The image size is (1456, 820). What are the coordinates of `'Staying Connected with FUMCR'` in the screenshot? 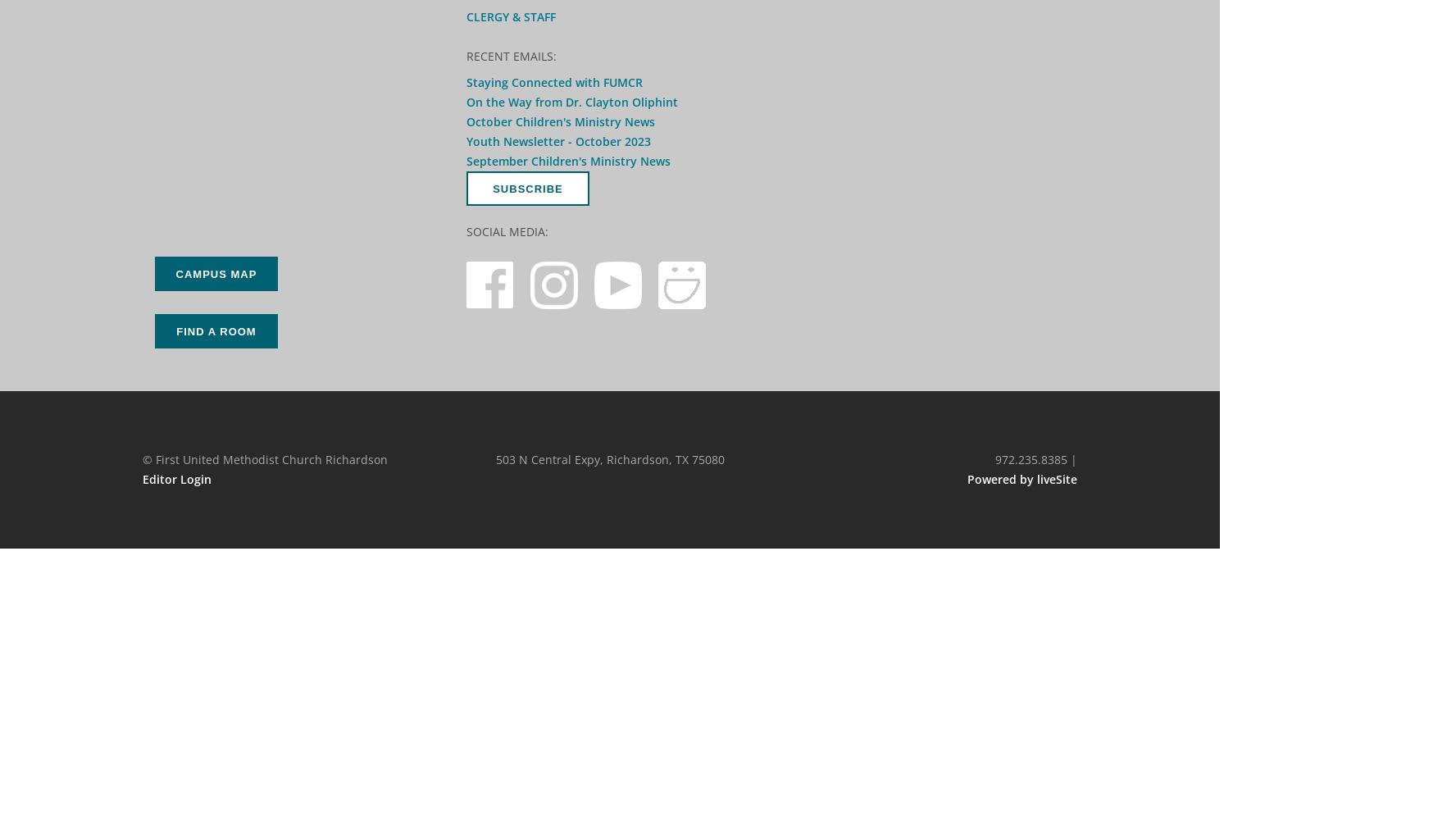 It's located at (554, 81).